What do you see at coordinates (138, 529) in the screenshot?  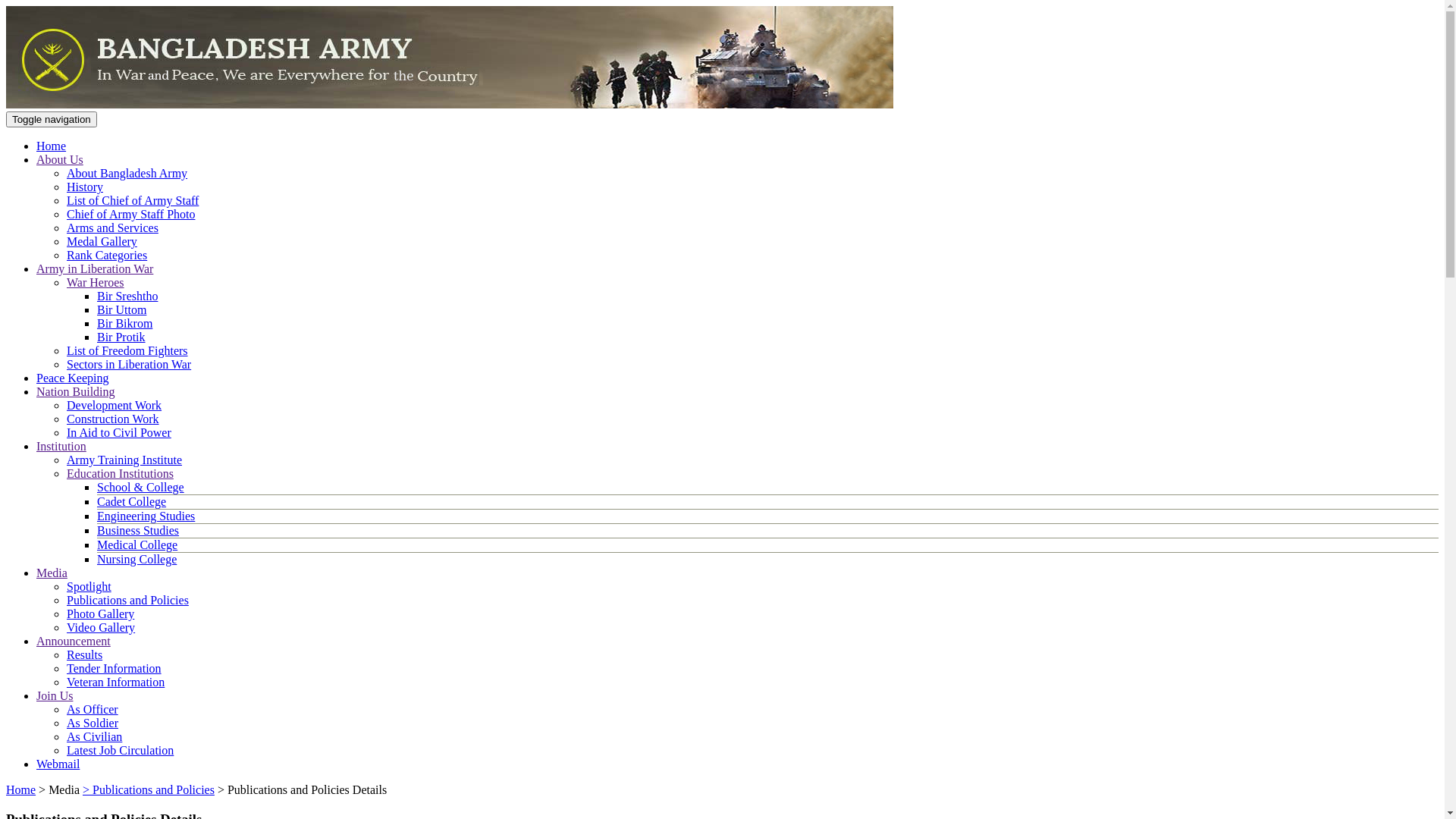 I see `'Business Studies'` at bounding box center [138, 529].